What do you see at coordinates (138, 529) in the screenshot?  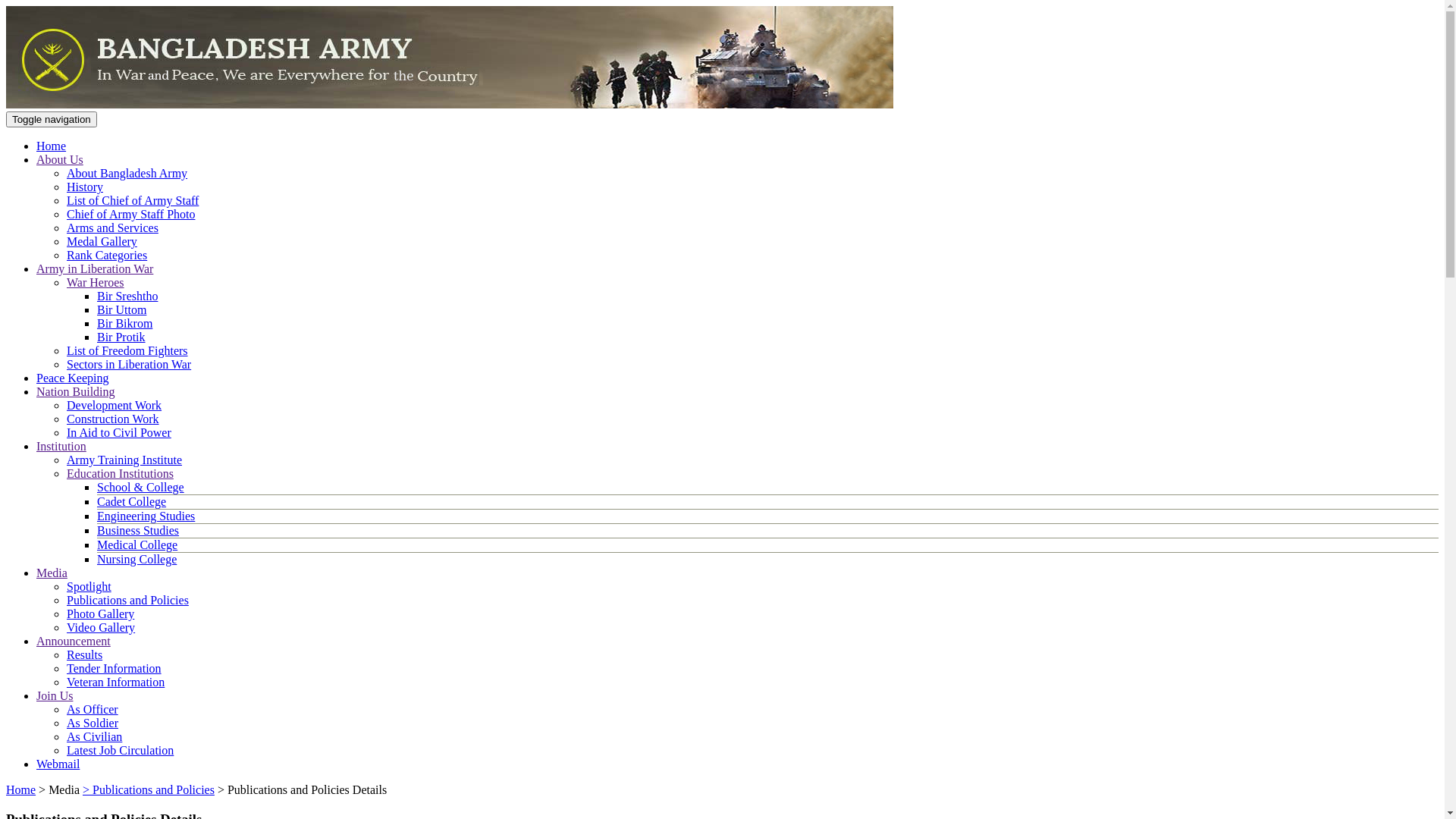 I see `'Business Studies'` at bounding box center [138, 529].